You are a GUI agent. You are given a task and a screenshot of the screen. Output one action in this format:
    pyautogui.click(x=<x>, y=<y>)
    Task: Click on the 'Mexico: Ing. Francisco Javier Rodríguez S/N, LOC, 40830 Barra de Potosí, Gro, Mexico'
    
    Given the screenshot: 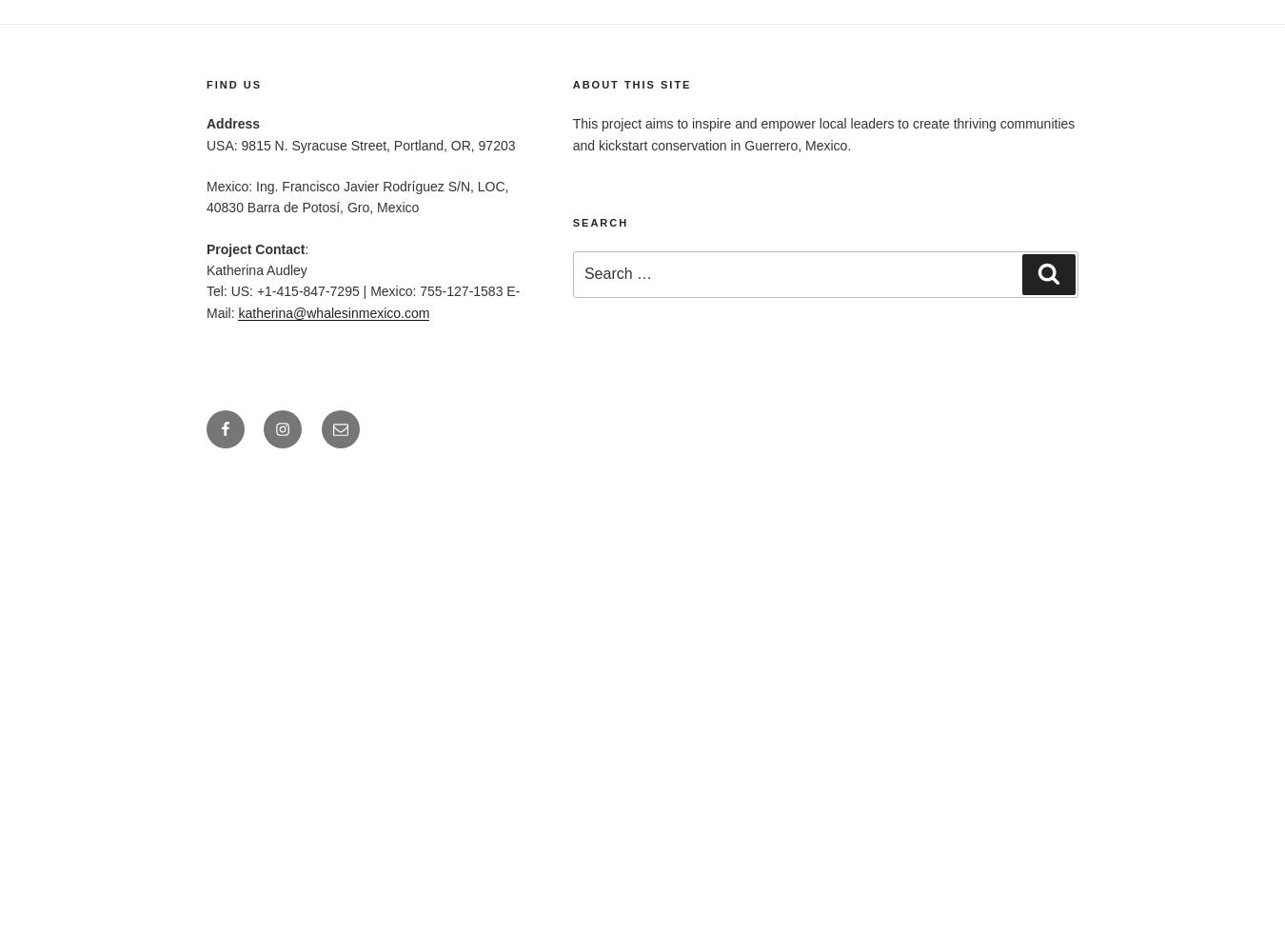 What is the action you would take?
    pyautogui.click(x=206, y=195)
    